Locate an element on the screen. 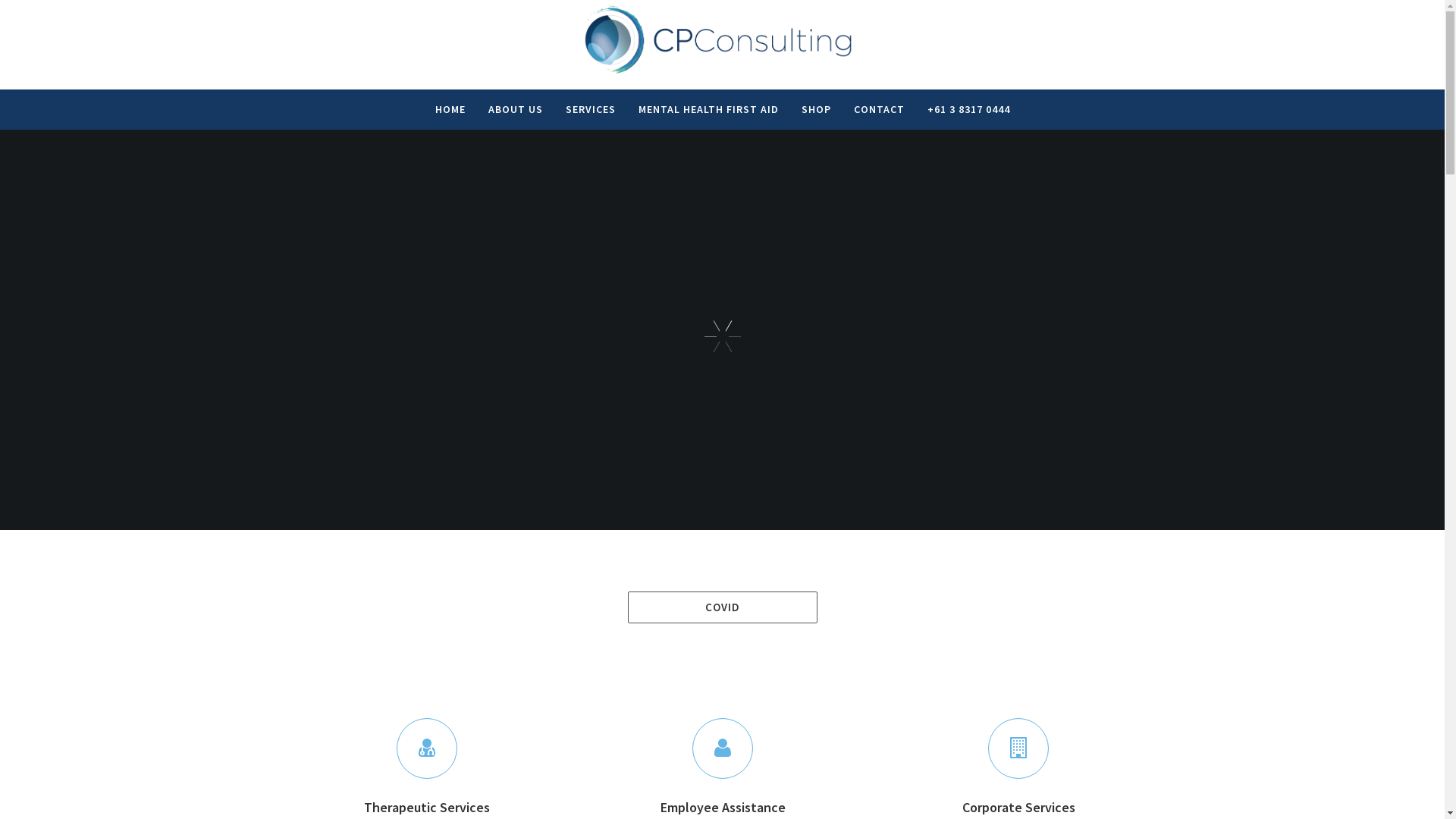 This screenshot has width=1456, height=819. 'CONTACT' is located at coordinates (878, 109).